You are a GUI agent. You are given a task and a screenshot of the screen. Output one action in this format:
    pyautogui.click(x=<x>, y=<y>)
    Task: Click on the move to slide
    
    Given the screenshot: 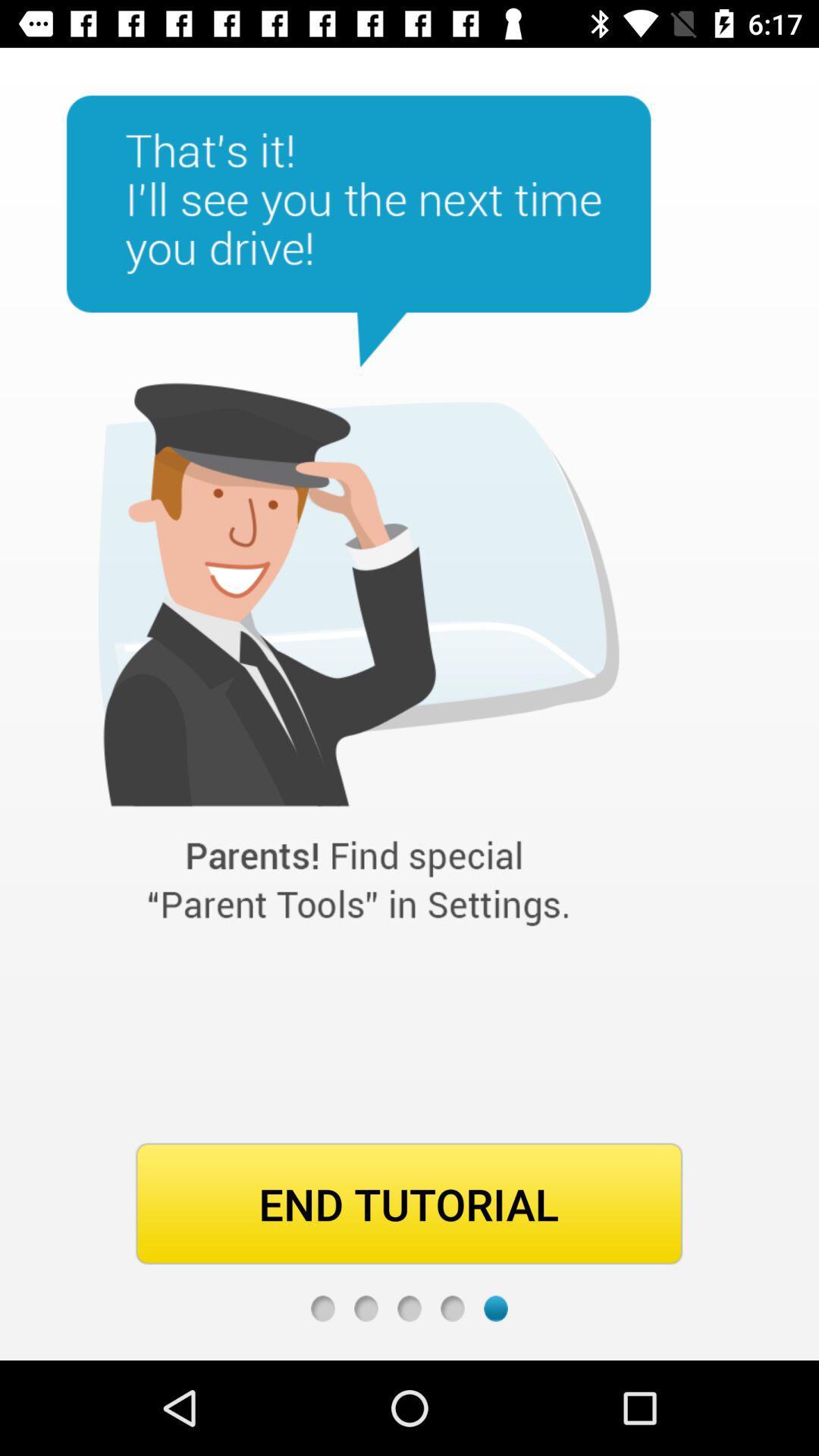 What is the action you would take?
    pyautogui.click(x=409, y=1307)
    